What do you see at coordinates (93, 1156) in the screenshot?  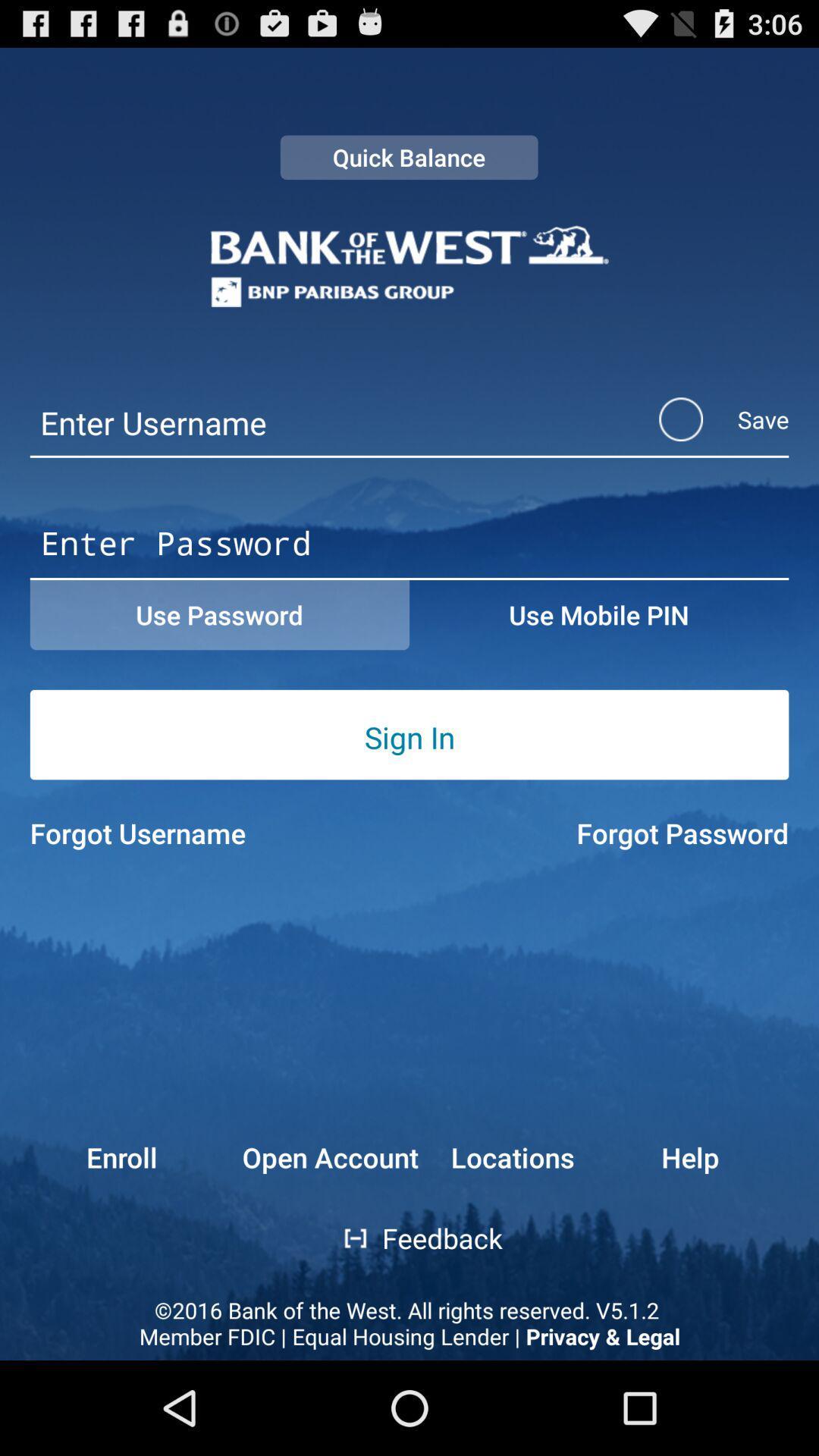 I see `the enroll item` at bounding box center [93, 1156].